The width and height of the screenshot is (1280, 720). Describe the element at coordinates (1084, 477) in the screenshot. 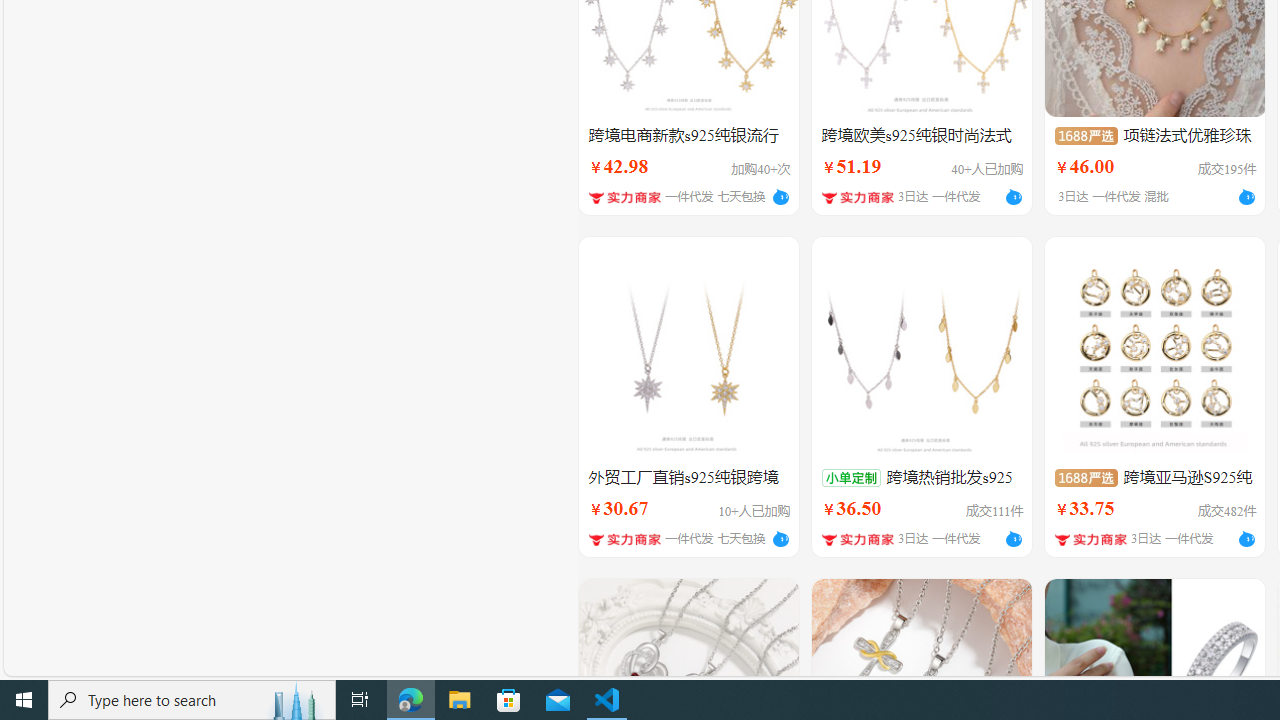

I see `'Class: icon'` at that location.